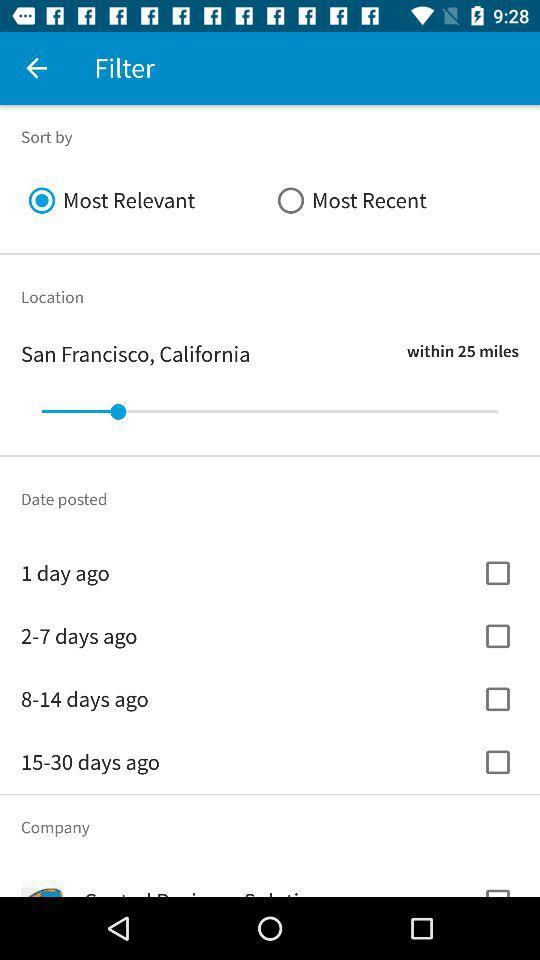  What do you see at coordinates (394, 200) in the screenshot?
I see `the item to the right of the most relevant icon` at bounding box center [394, 200].